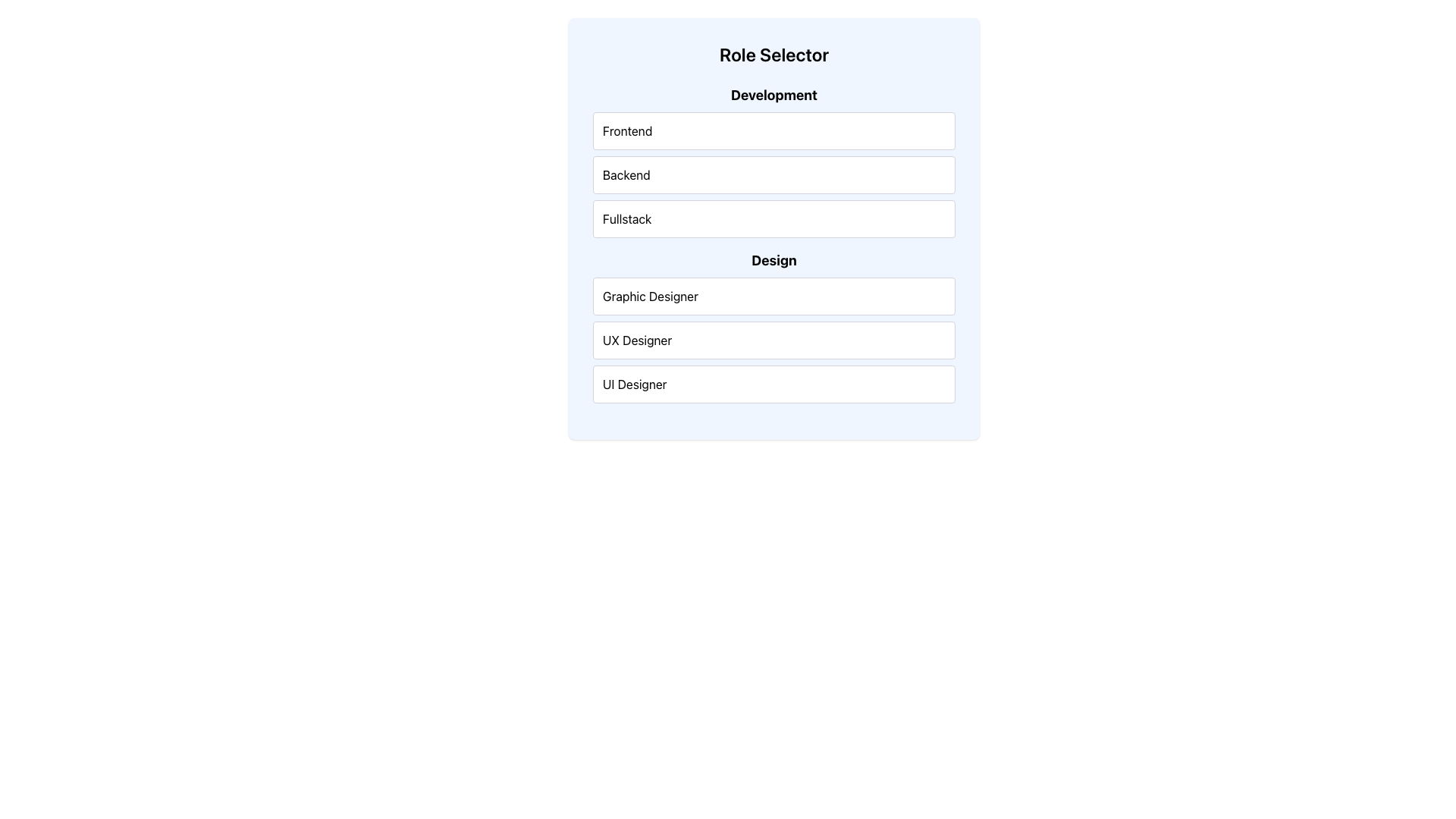  I want to click on the Text Label that serves as a heading for the role selection section, positioned centrally at the top of the interface, so click(774, 54).